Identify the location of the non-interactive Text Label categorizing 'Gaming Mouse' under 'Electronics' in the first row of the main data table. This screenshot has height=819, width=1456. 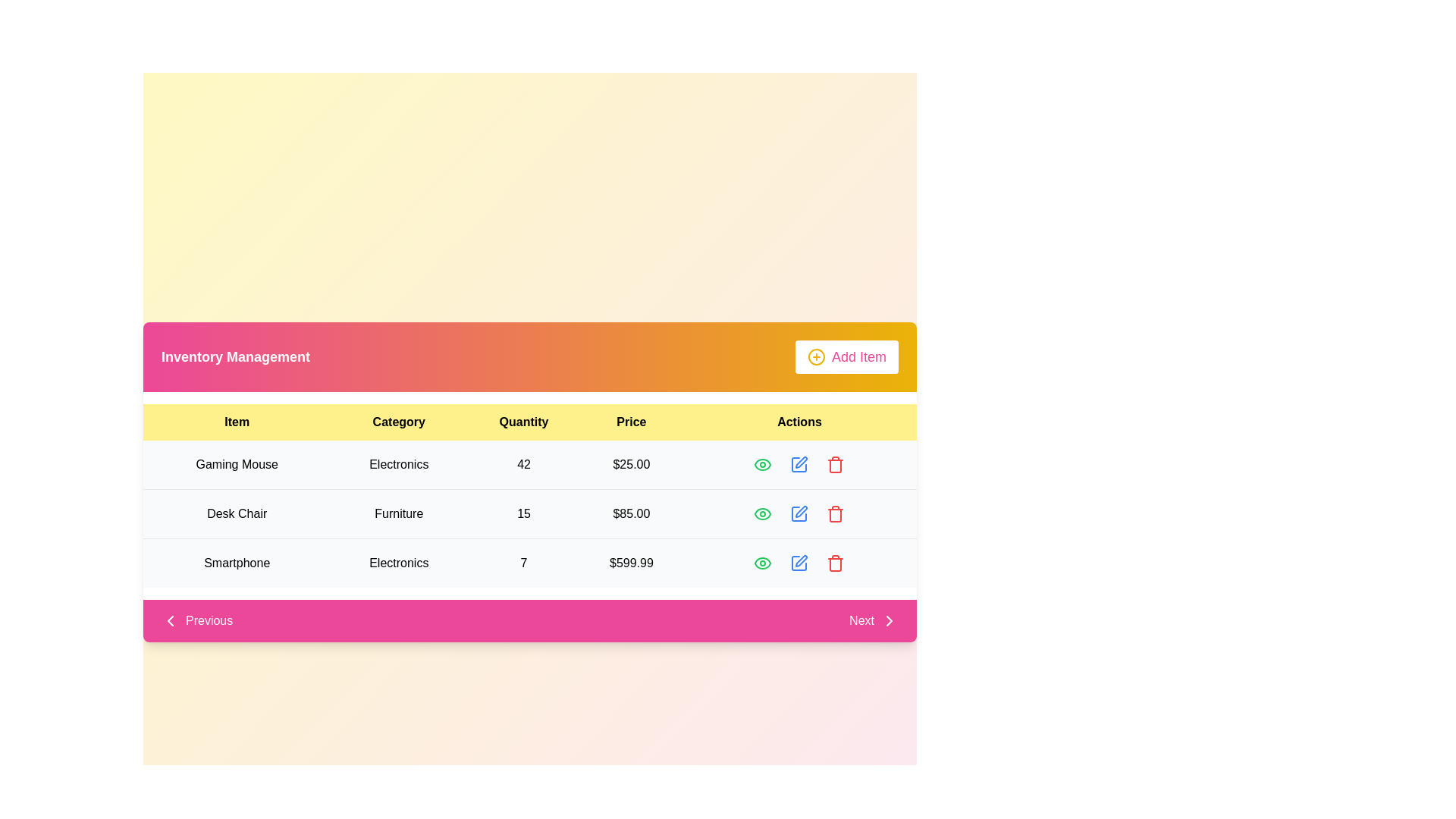
(399, 464).